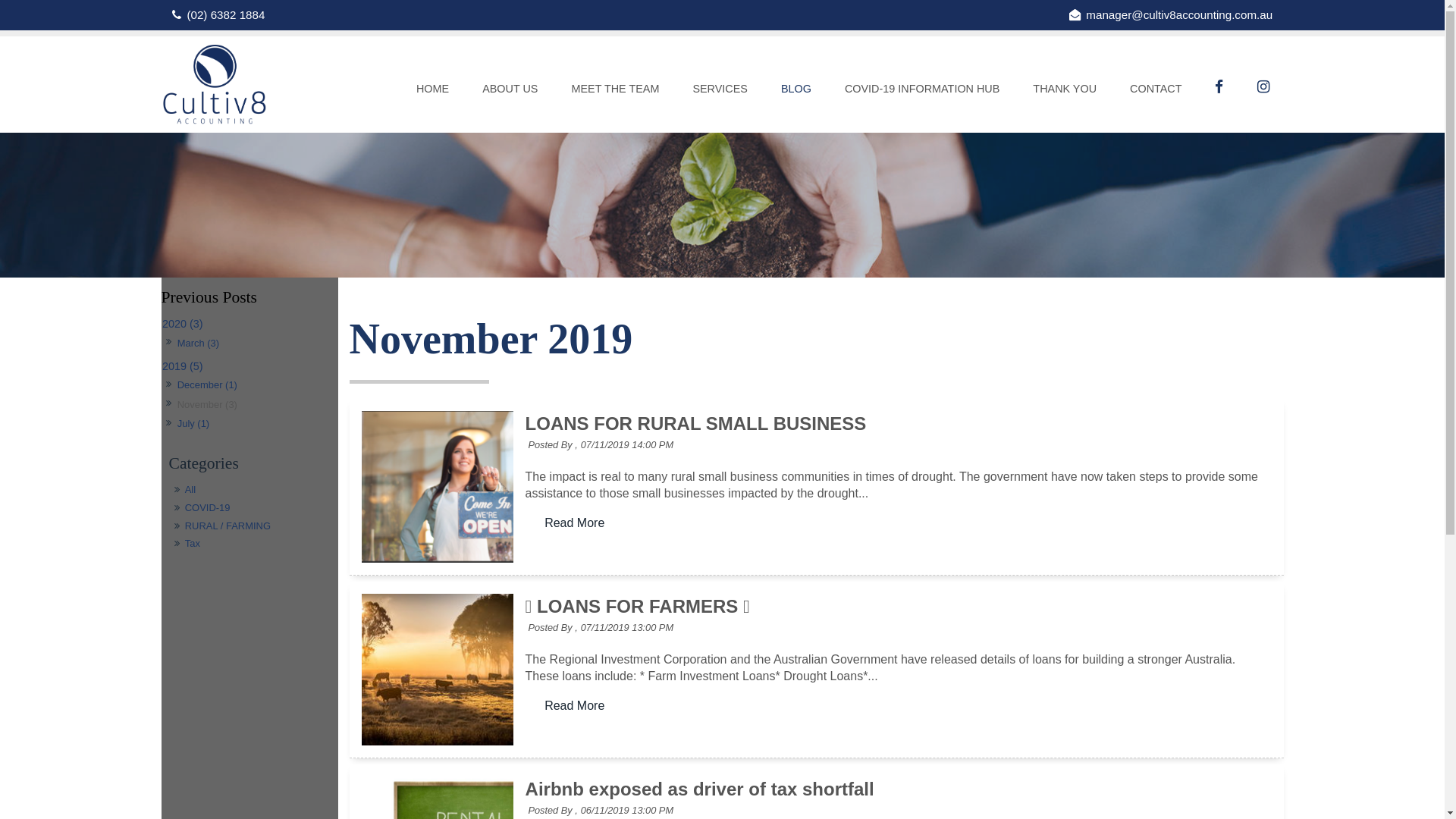  I want to click on 'All', so click(252, 490).